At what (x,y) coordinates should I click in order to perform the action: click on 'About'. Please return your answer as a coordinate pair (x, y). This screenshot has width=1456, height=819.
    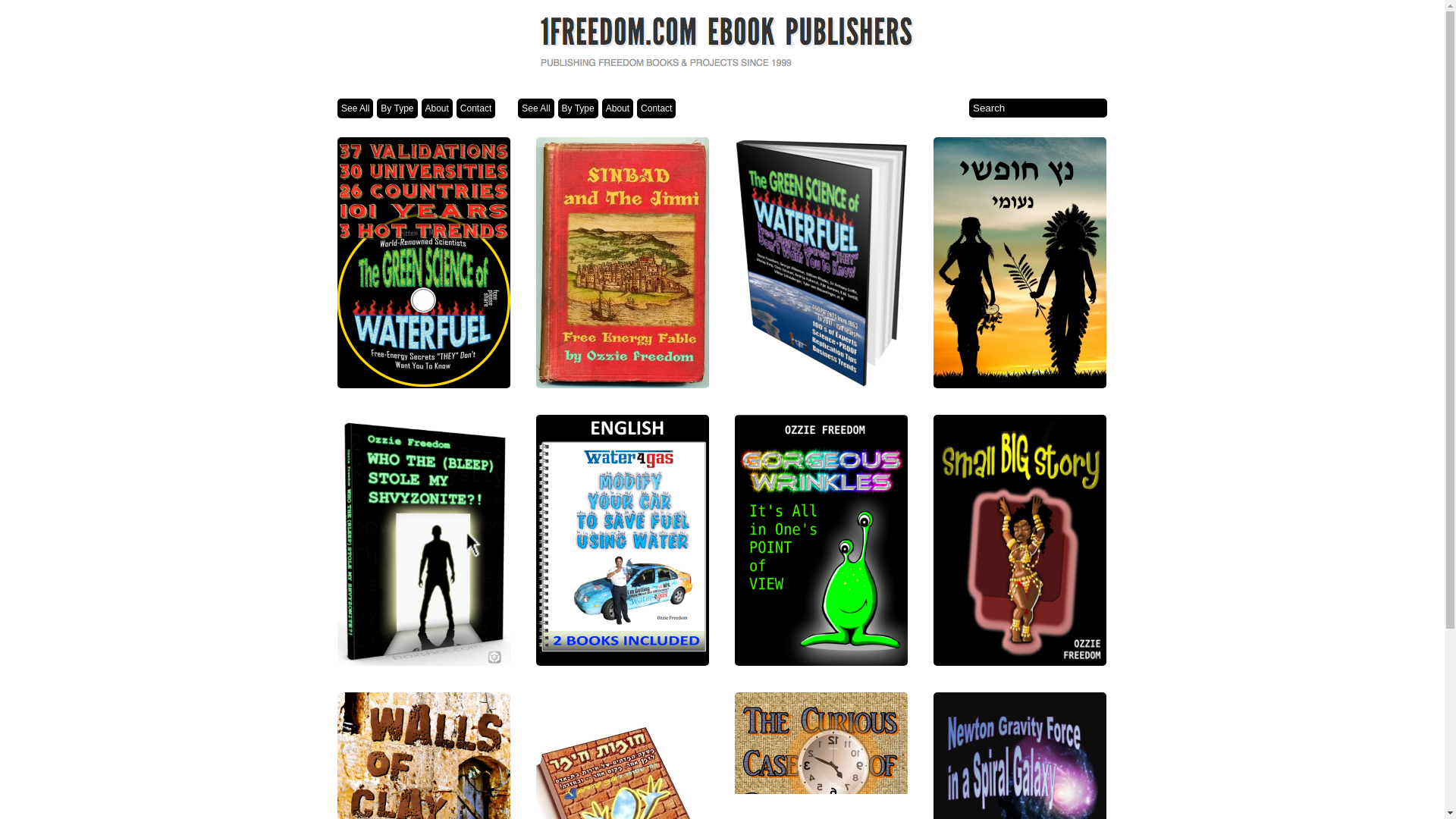
    Looking at the image, I should click on (422, 107).